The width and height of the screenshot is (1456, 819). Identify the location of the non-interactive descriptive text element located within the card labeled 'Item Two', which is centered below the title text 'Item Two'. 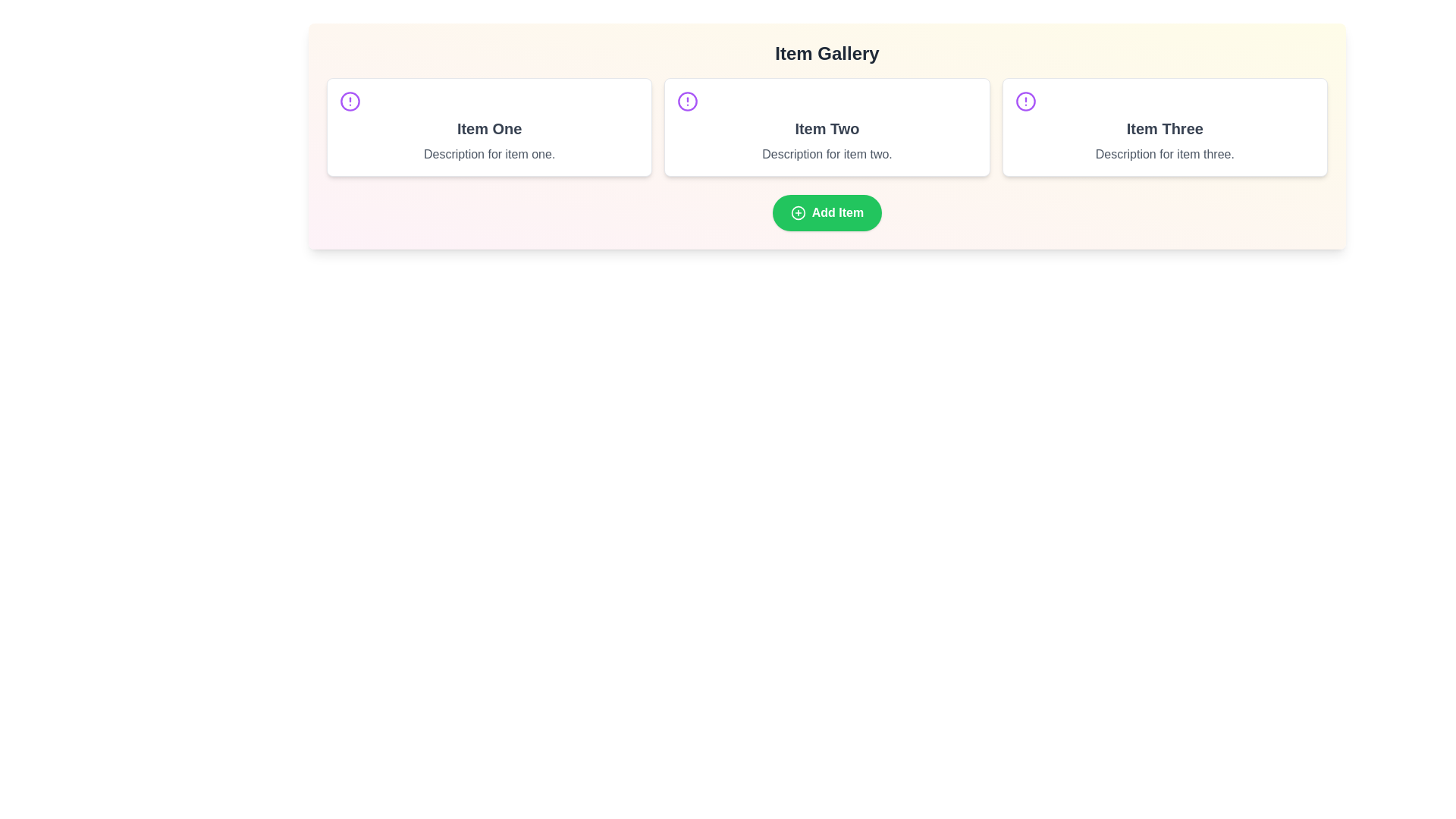
(826, 155).